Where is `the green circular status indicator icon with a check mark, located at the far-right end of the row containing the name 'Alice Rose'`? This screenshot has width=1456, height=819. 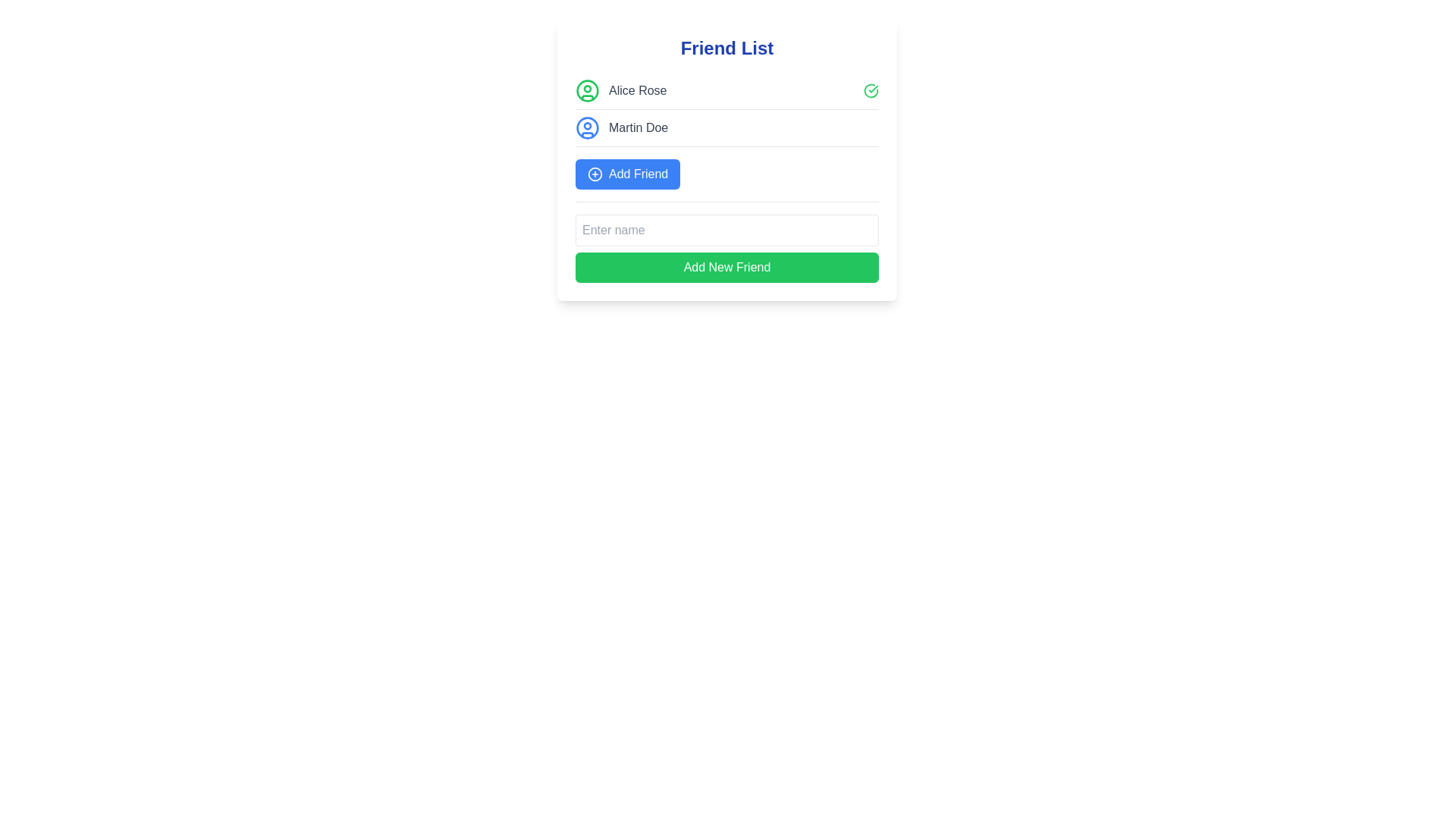 the green circular status indicator icon with a check mark, located at the far-right end of the row containing the name 'Alice Rose' is located at coordinates (871, 90).